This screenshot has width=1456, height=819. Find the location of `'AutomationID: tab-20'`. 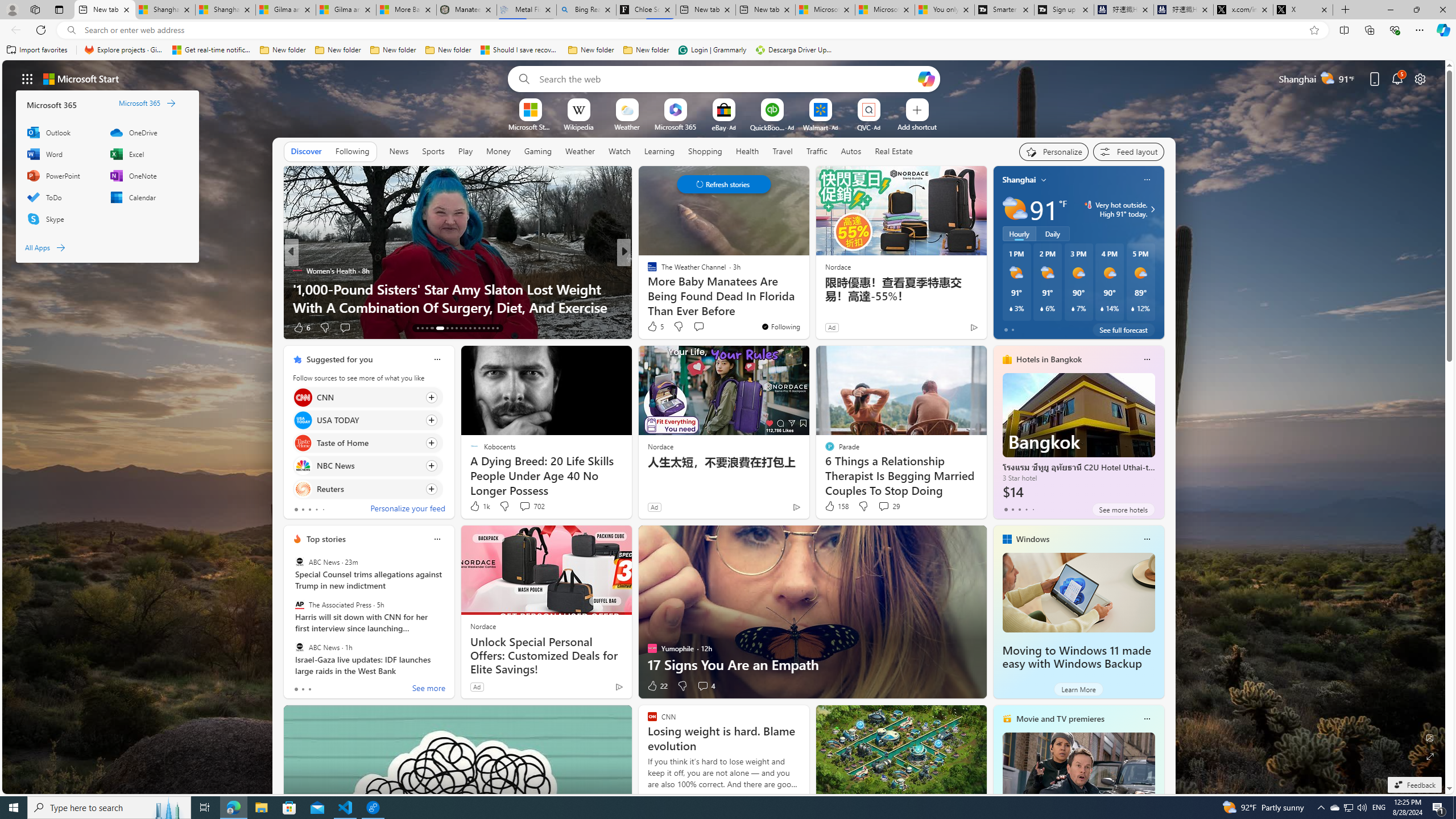

'AutomationID: tab-20' is located at coordinates (456, 328).